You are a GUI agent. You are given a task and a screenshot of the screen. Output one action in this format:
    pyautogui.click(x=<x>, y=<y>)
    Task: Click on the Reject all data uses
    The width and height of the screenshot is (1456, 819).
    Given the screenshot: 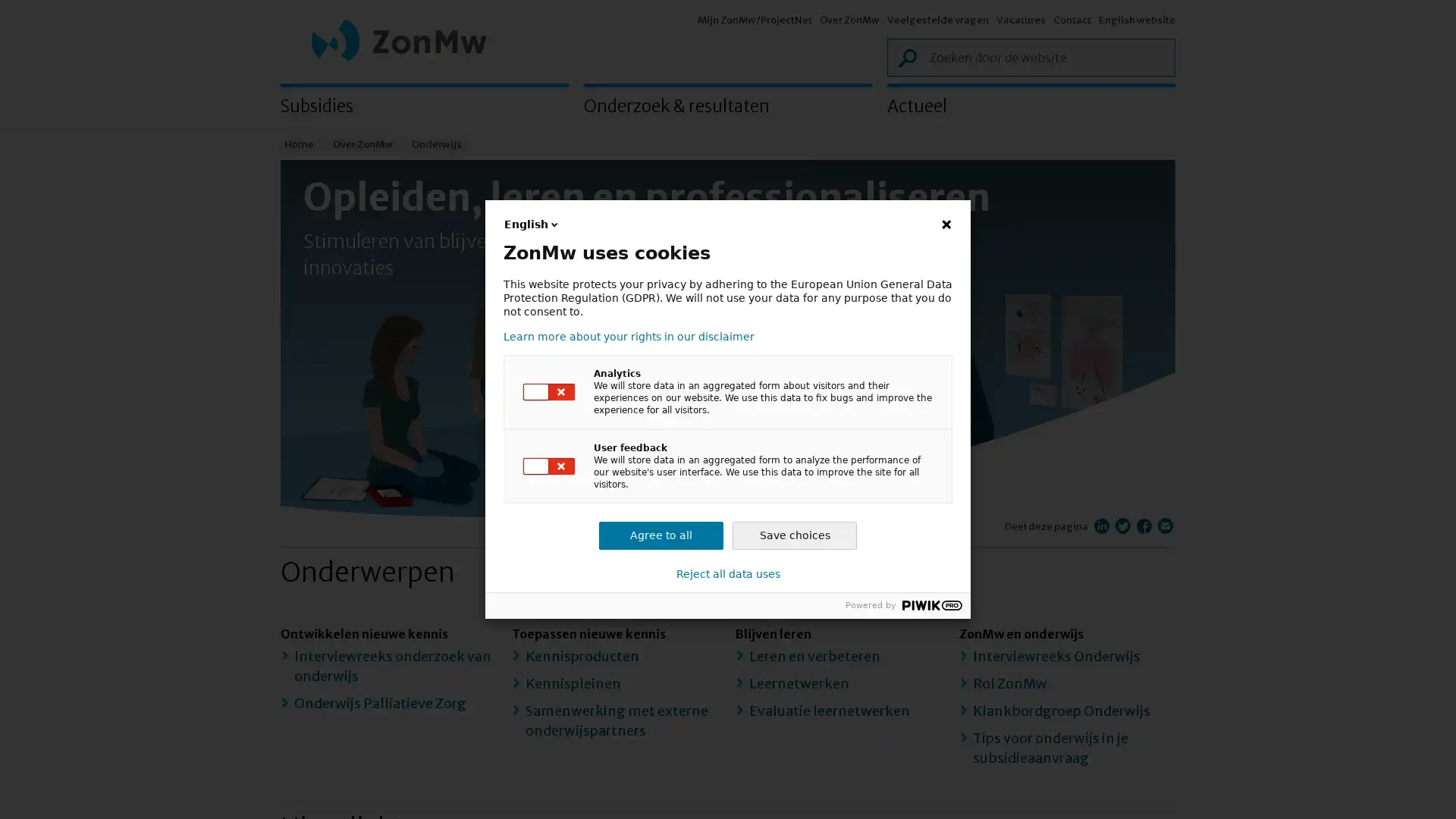 What is the action you would take?
    pyautogui.click(x=726, y=573)
    